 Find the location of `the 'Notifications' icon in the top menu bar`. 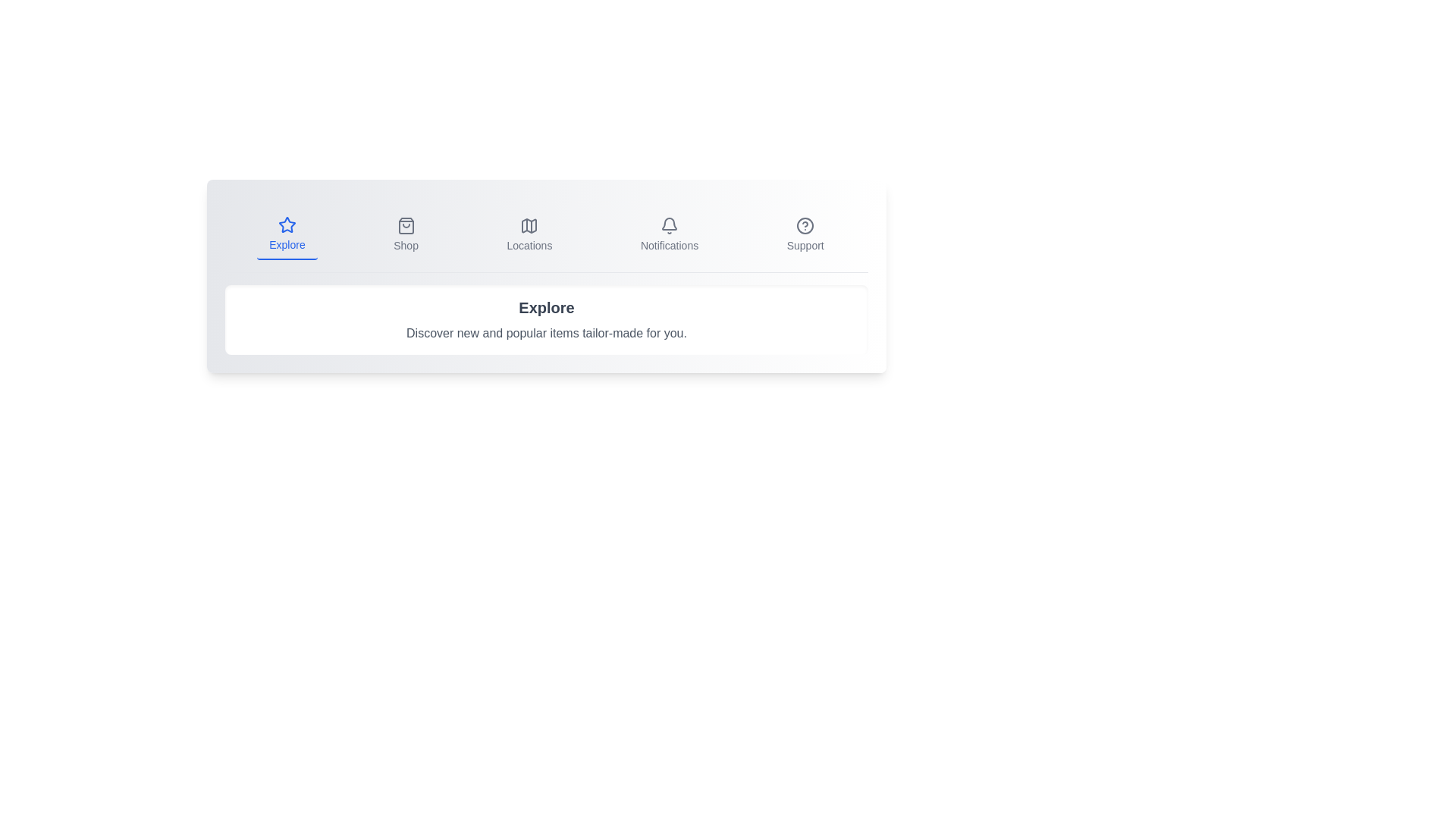

the 'Notifications' icon in the top menu bar is located at coordinates (669, 224).